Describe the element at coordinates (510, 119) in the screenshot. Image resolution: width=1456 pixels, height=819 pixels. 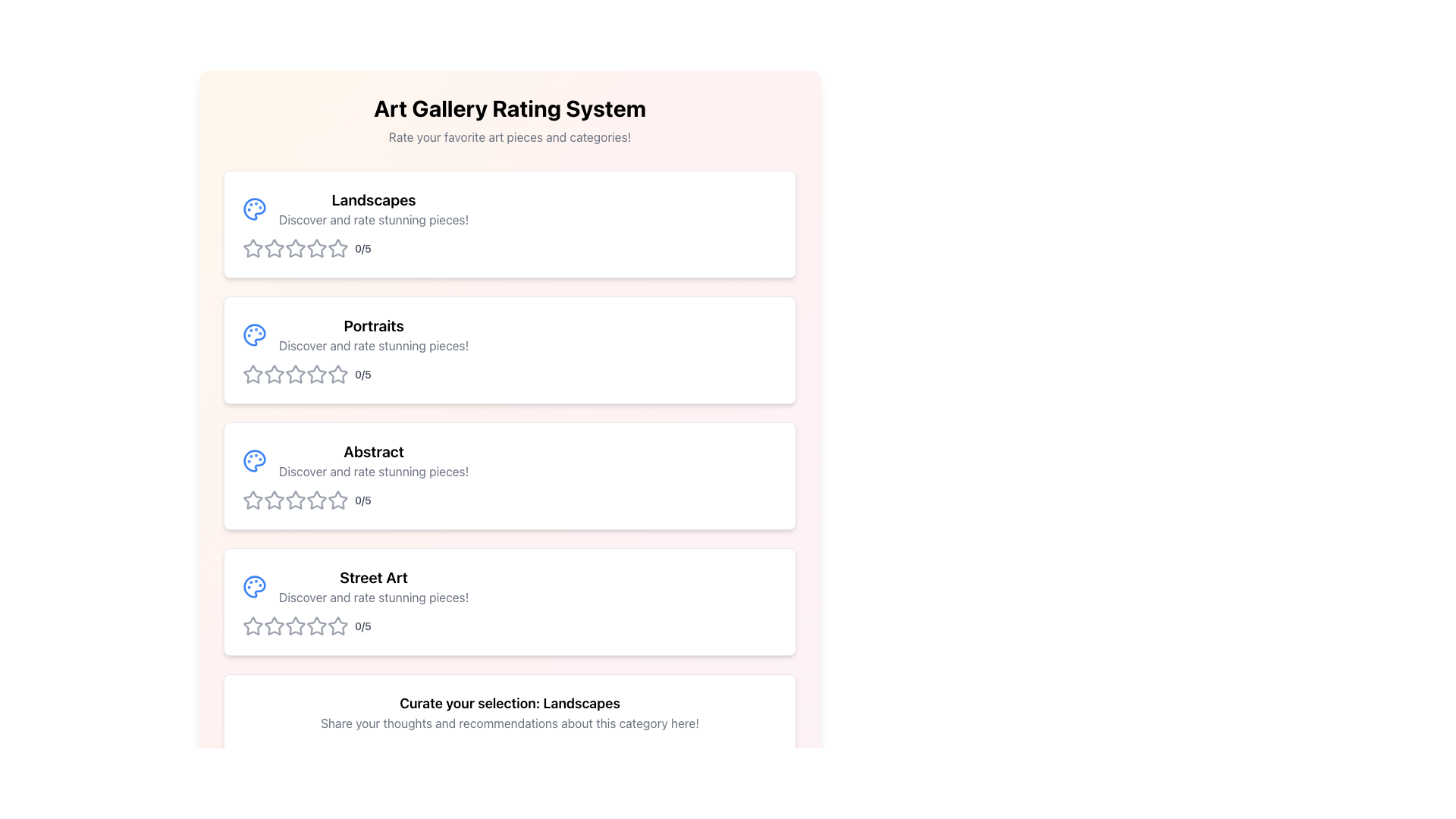
I see `the header and subtitle element that introduces the page's content about rating art pieces to focus on it` at that location.